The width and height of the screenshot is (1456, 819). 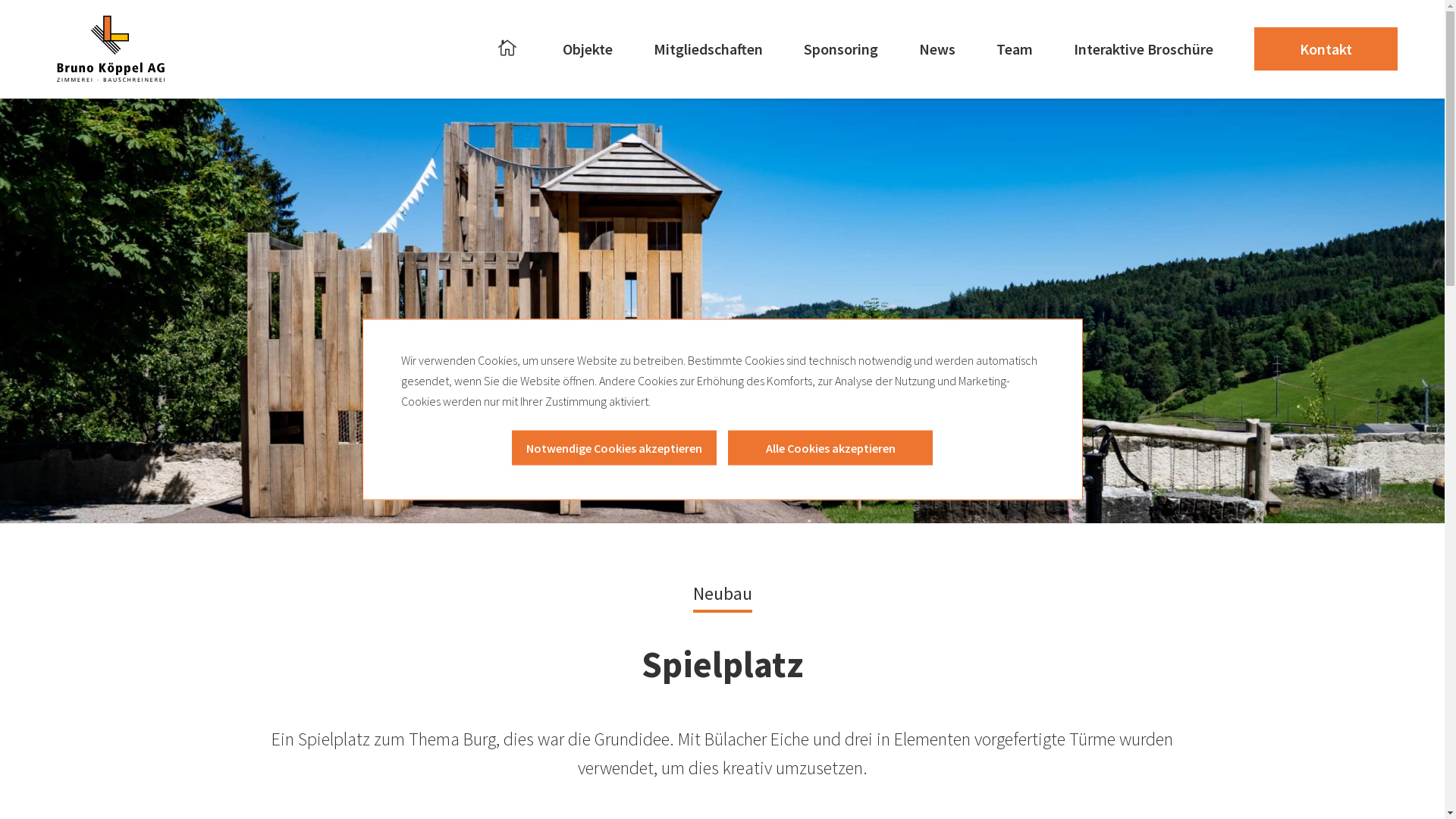 What do you see at coordinates (708, 49) in the screenshot?
I see `'Mitgliedschaften'` at bounding box center [708, 49].